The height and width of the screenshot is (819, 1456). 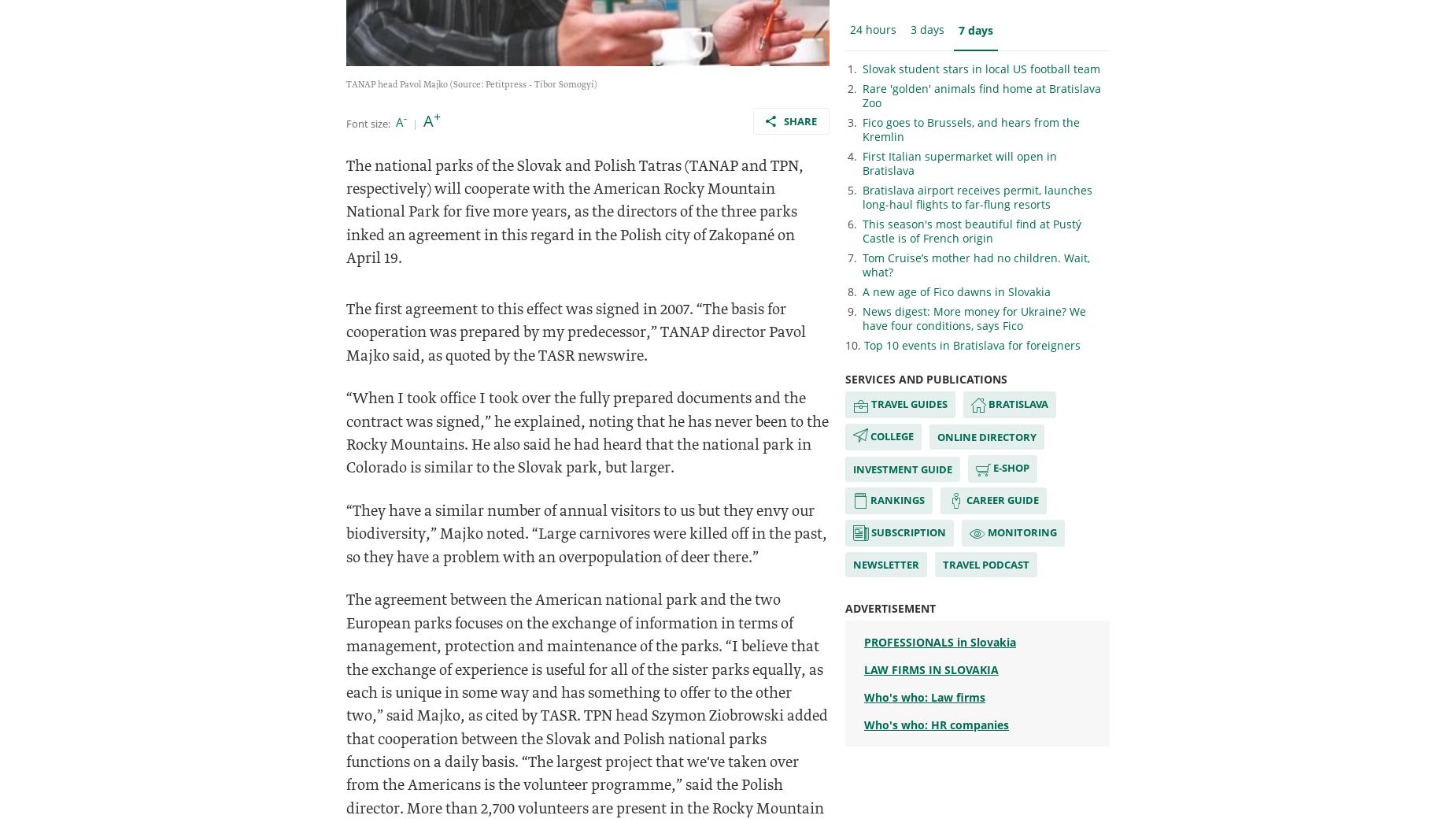 I want to click on 'Services and publications', so click(x=925, y=379).